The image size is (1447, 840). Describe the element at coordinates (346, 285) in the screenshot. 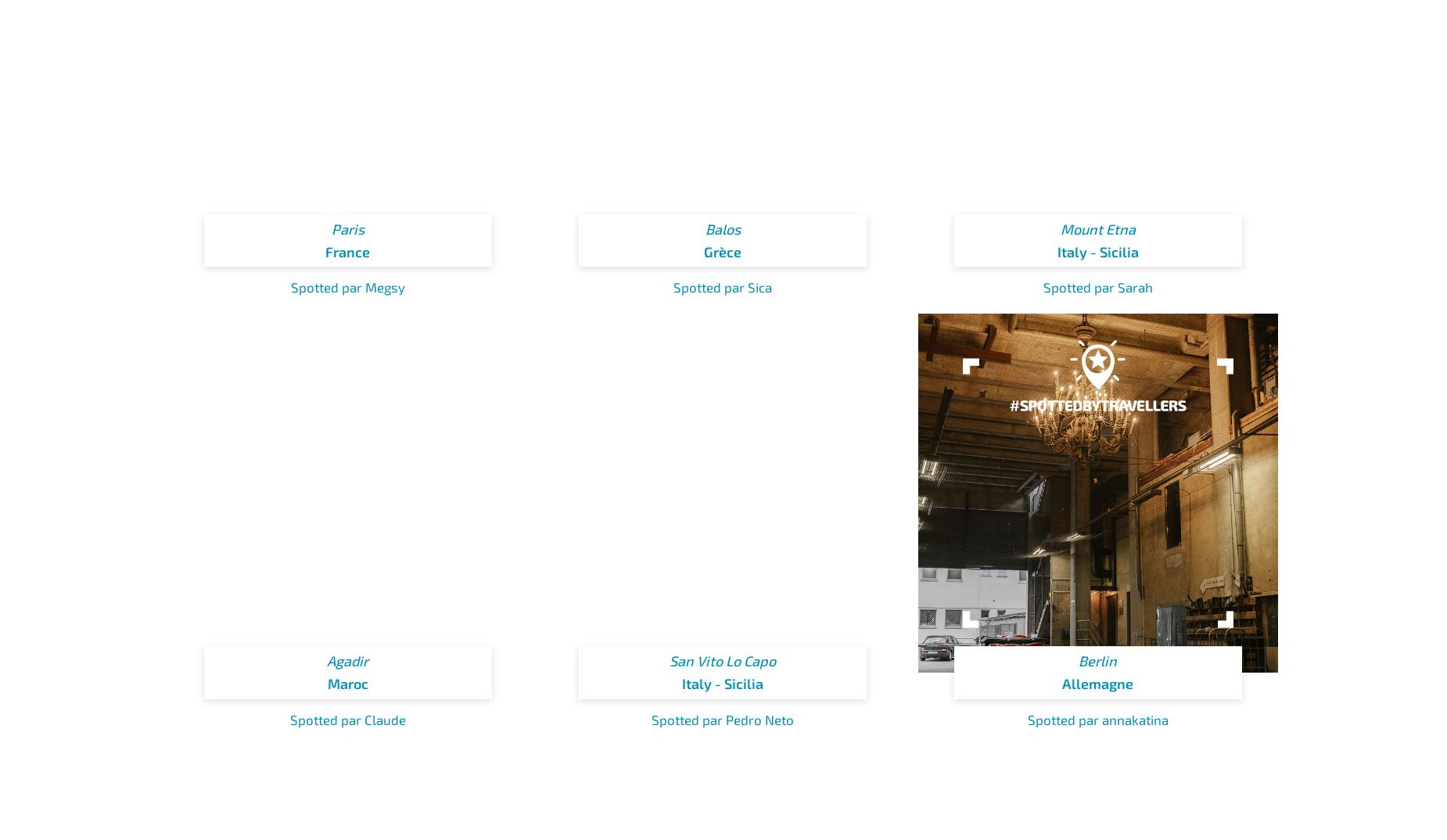

I see `'Spotted par Megsy'` at that location.